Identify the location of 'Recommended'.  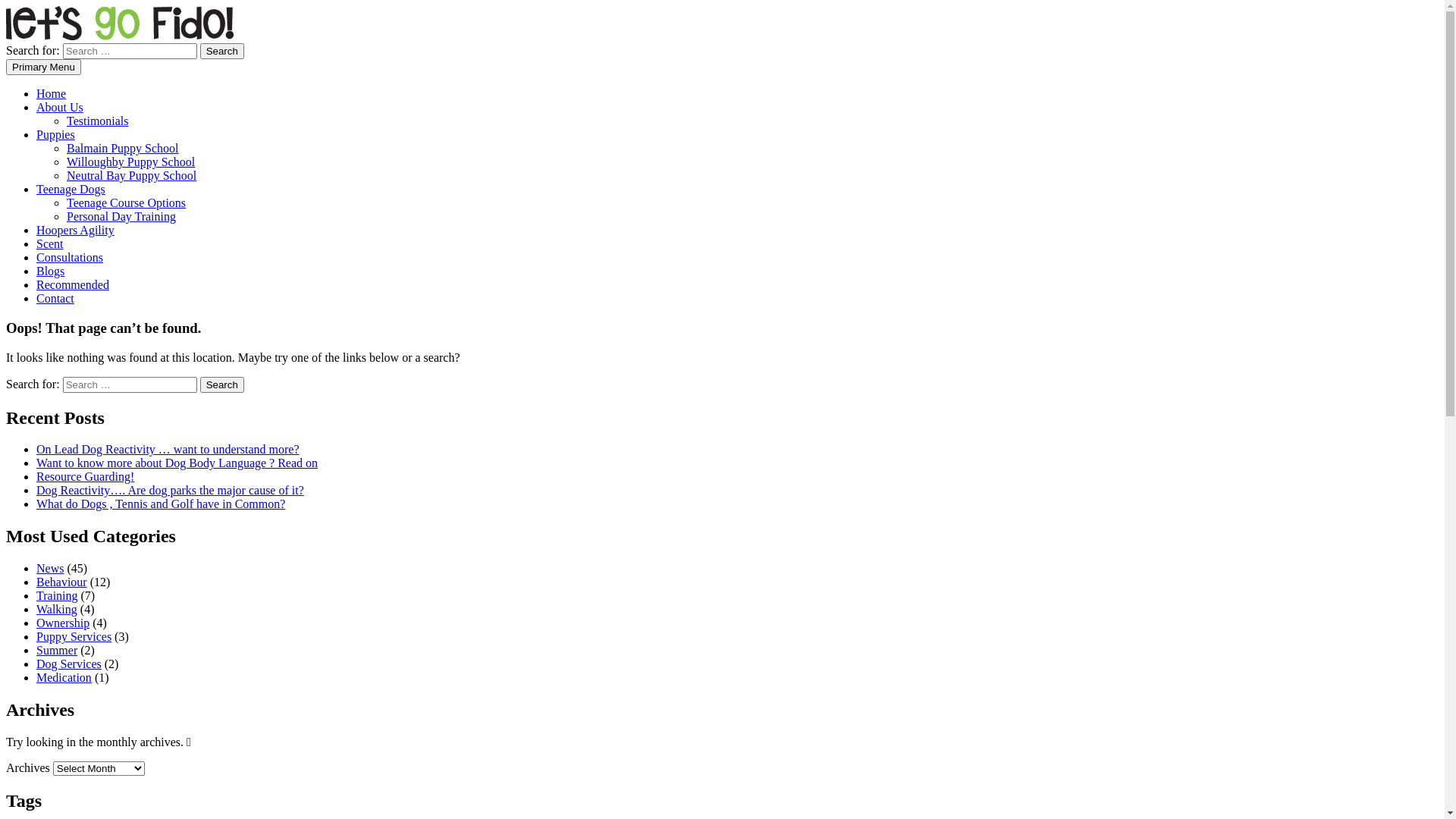
(72, 284).